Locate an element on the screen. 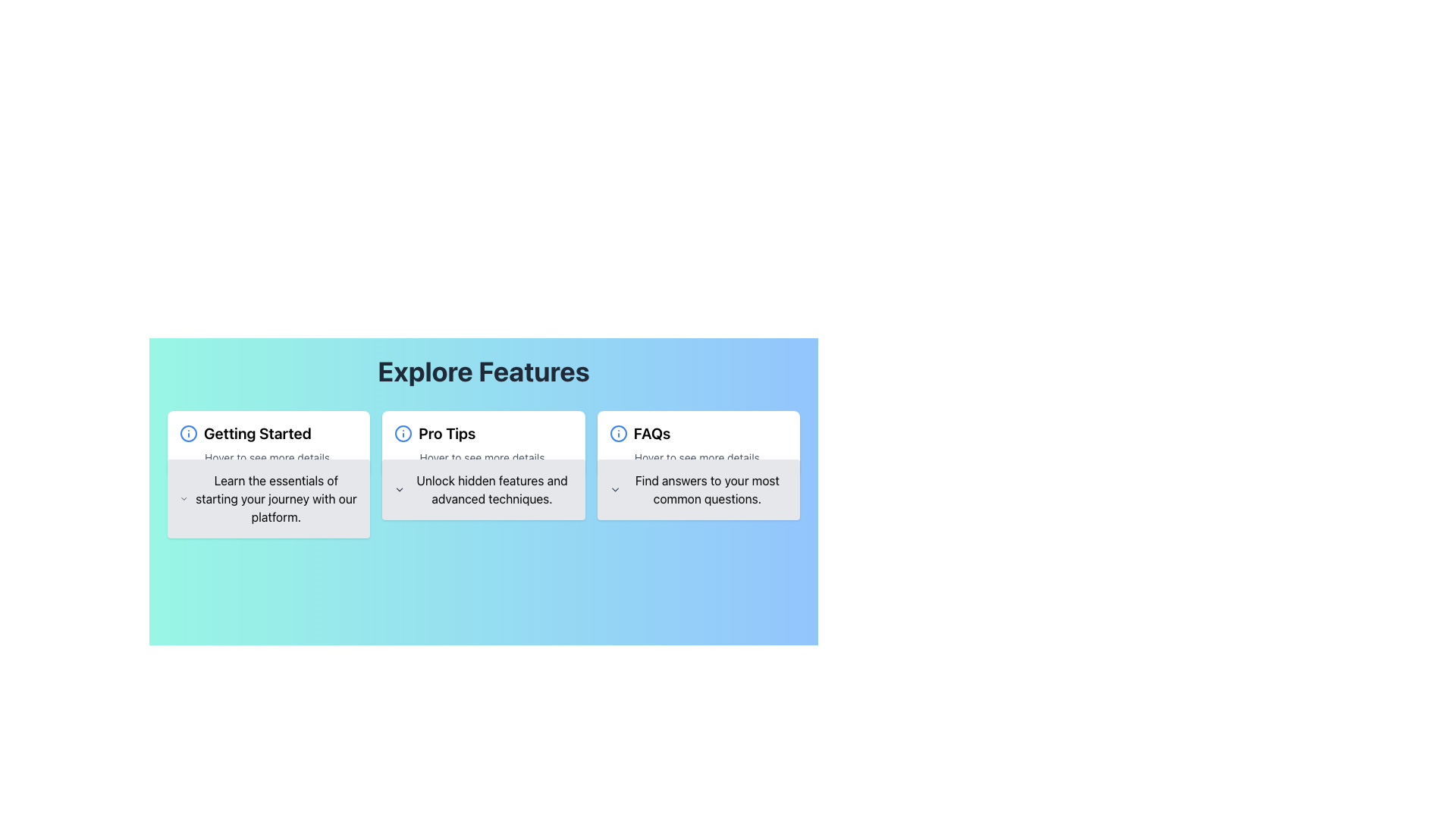 The width and height of the screenshot is (1456, 819). the 'Getting Started' text label, which is styled with a bold and extra-large font in black, accompanied by a blue circular icon with an information symbol to its left is located at coordinates (268, 433).